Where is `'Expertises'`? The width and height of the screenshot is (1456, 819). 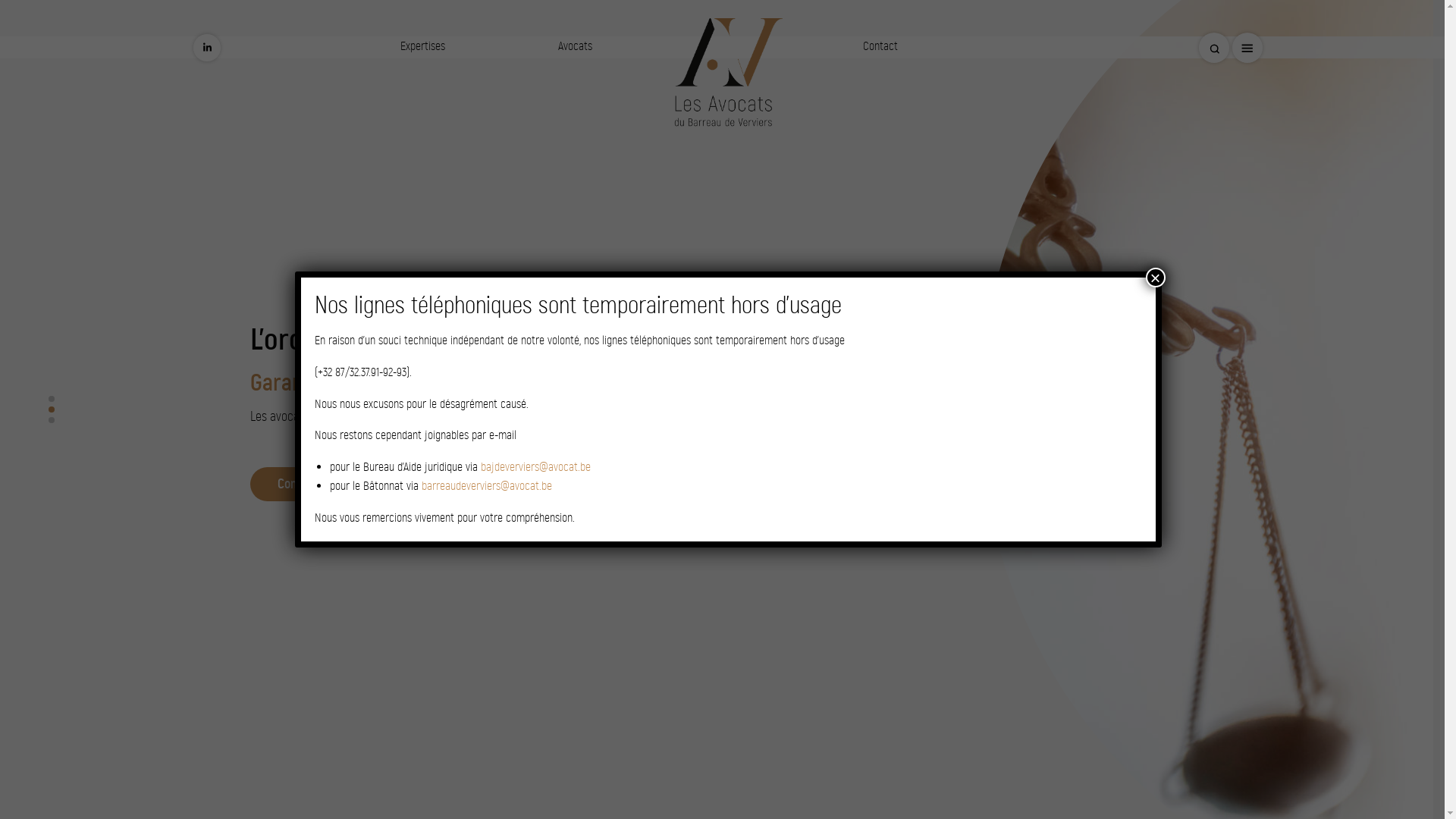 'Expertises' is located at coordinates (422, 45).